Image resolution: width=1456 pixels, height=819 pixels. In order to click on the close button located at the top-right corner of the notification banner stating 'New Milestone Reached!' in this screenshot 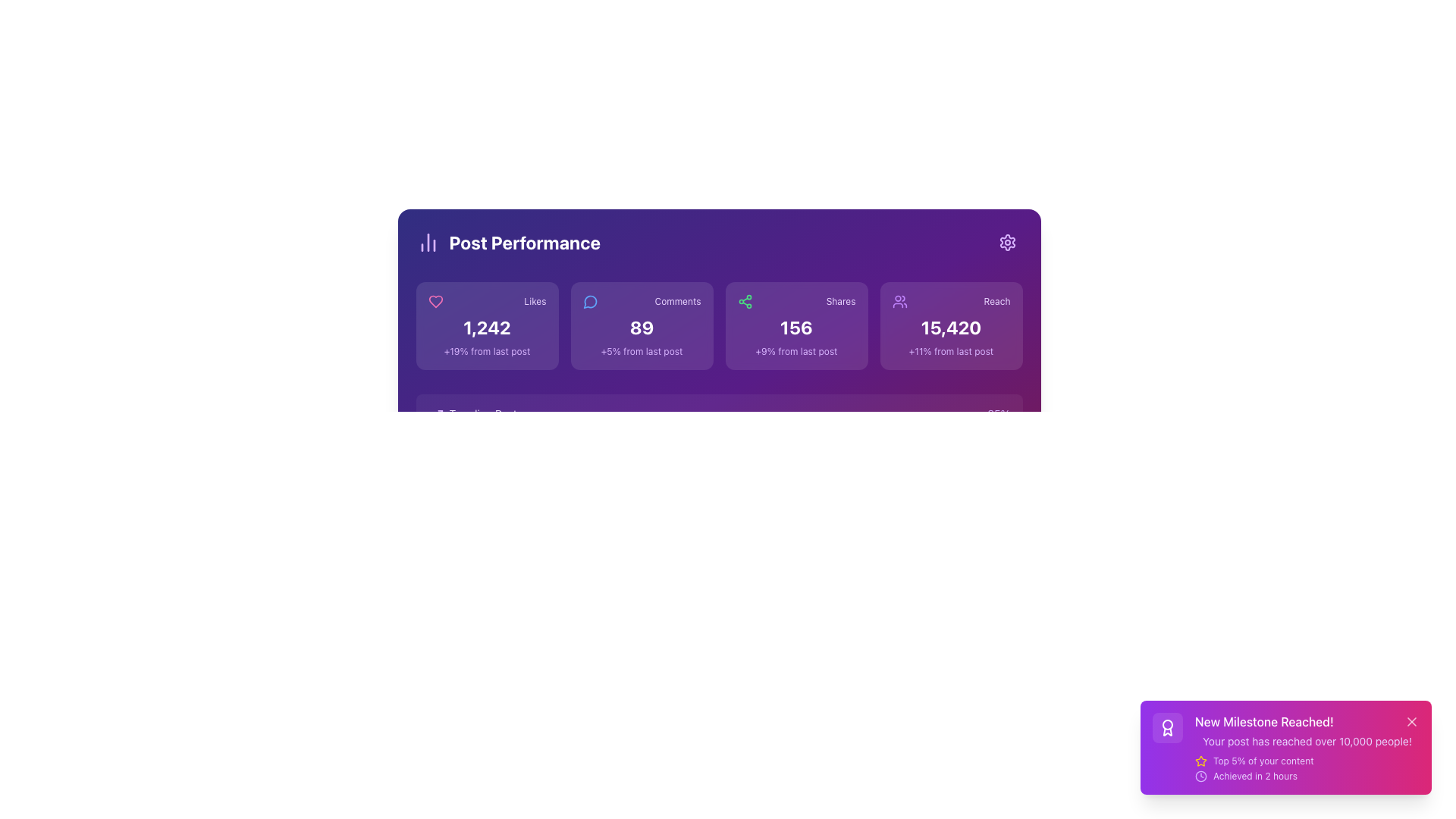, I will do `click(1411, 721)`.